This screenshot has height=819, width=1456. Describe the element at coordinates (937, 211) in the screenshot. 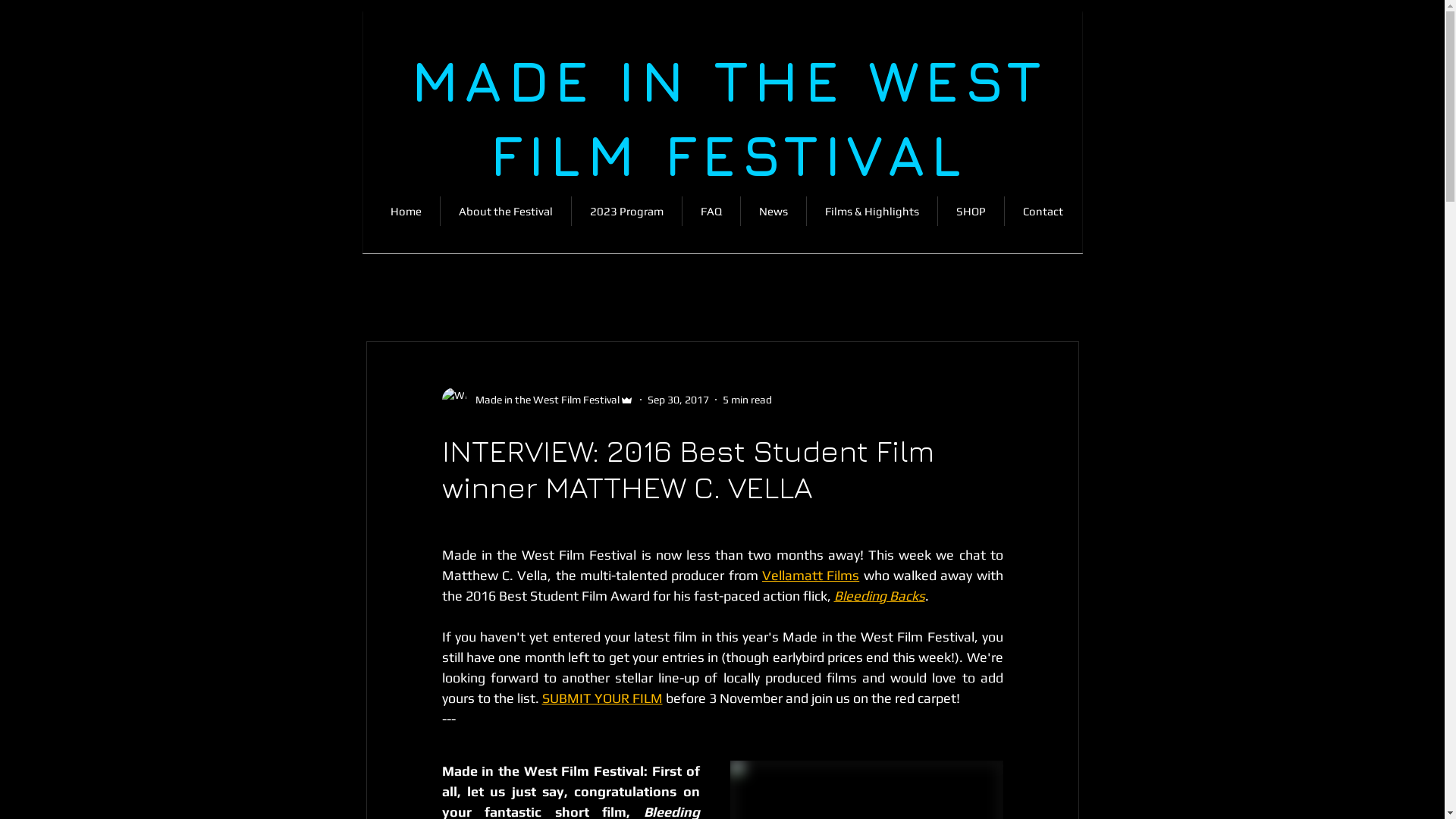

I see `'SHOP'` at that location.